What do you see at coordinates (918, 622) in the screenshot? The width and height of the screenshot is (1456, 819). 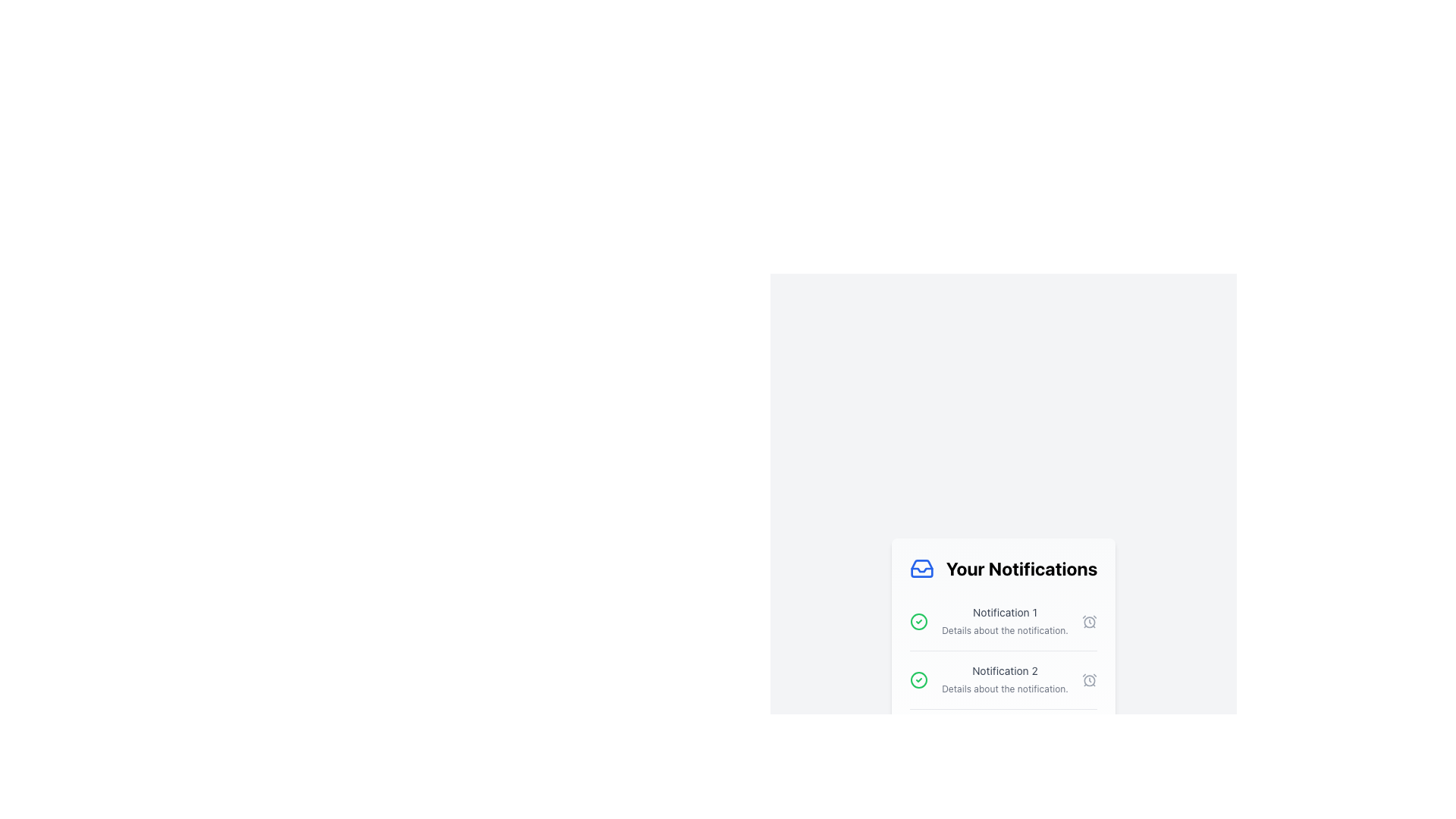 I see `the completion status icon for 'Notification 1', which is positioned to the left of the notification text` at bounding box center [918, 622].